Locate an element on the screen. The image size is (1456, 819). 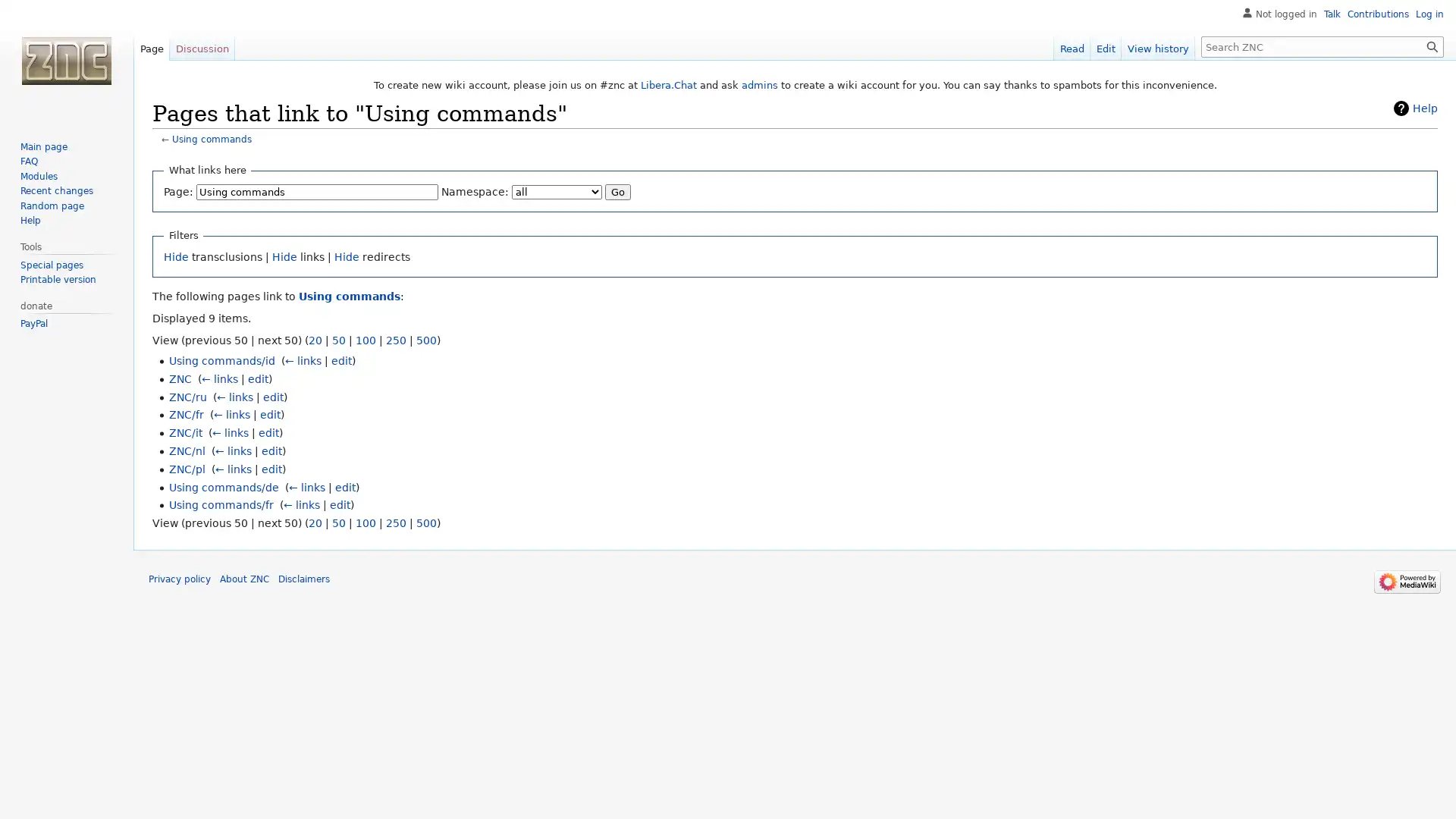
Go is located at coordinates (618, 191).